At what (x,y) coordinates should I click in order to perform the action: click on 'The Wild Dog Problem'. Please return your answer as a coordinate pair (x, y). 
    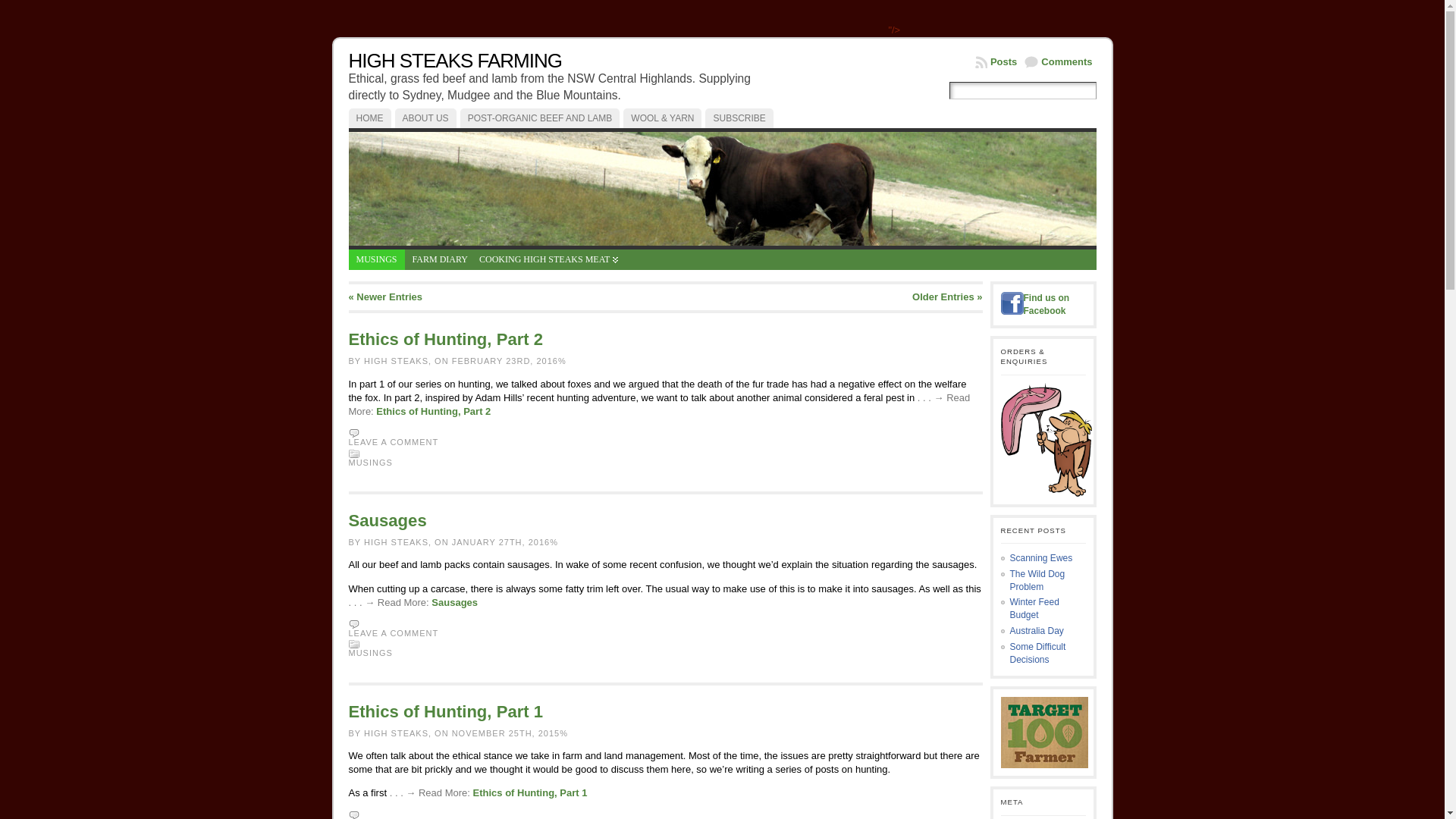
    Looking at the image, I should click on (1037, 580).